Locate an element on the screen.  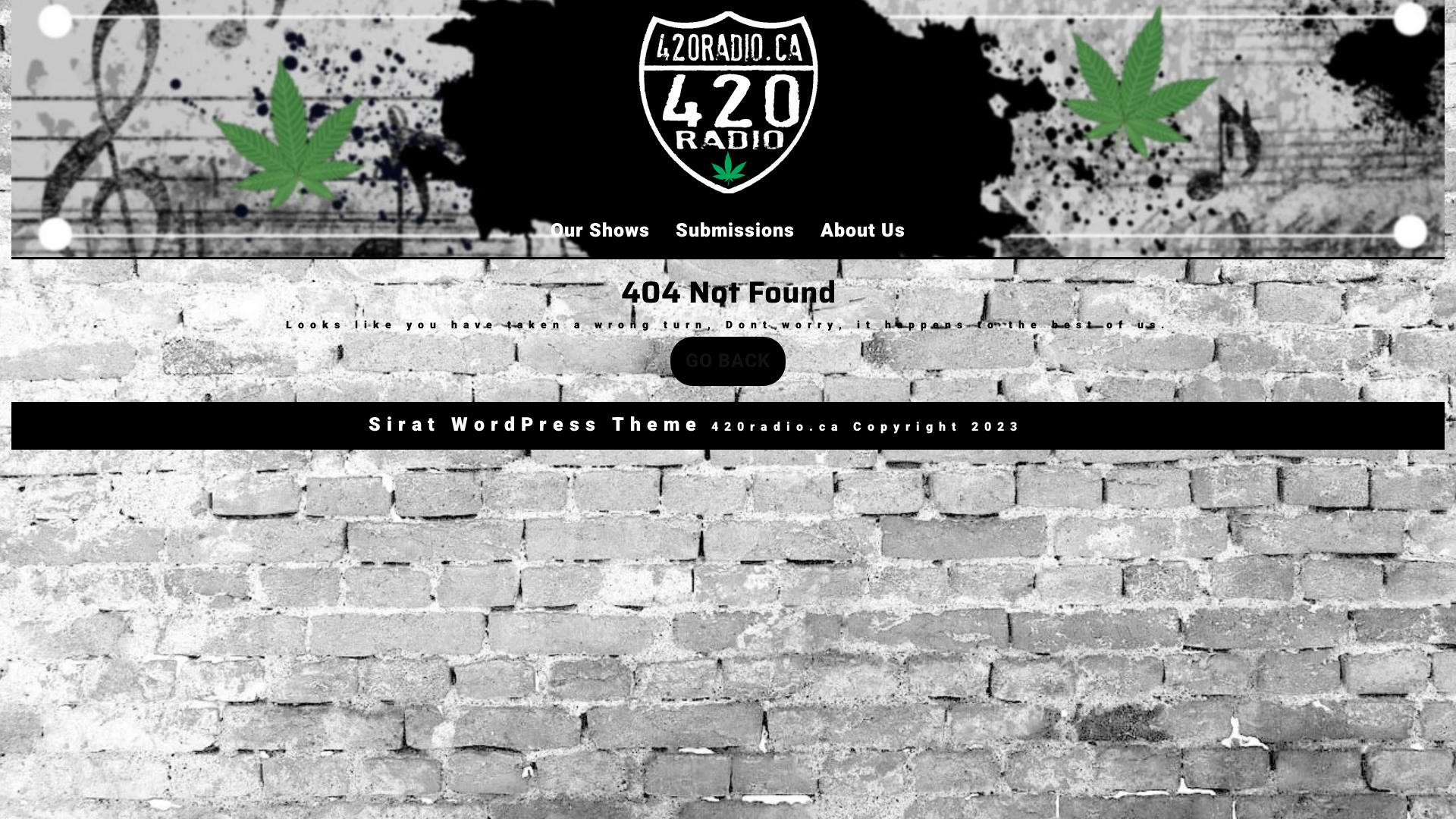
'GO BACK is located at coordinates (728, 361).